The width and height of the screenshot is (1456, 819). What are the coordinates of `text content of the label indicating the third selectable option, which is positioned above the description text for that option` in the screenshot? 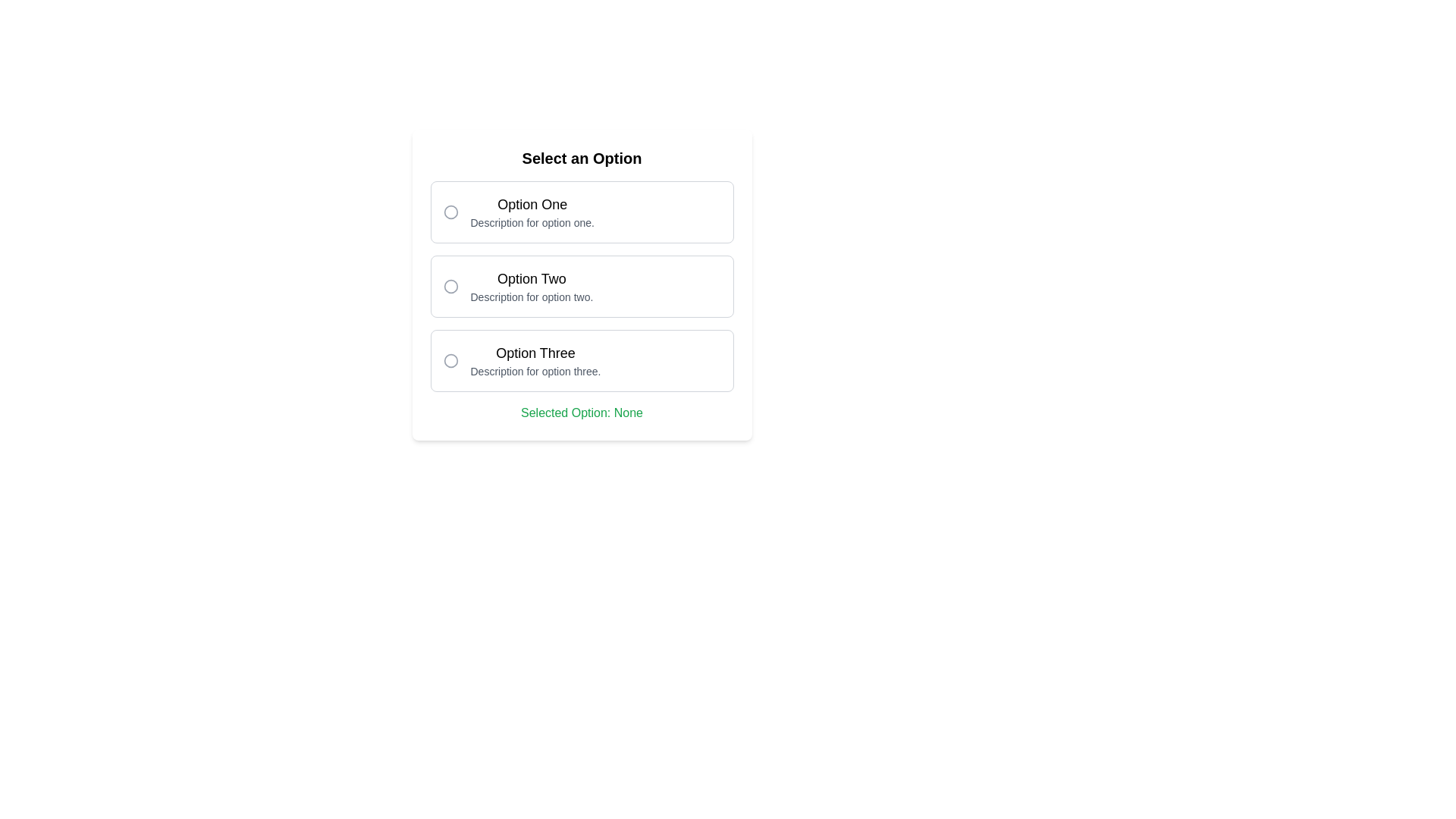 It's located at (535, 353).